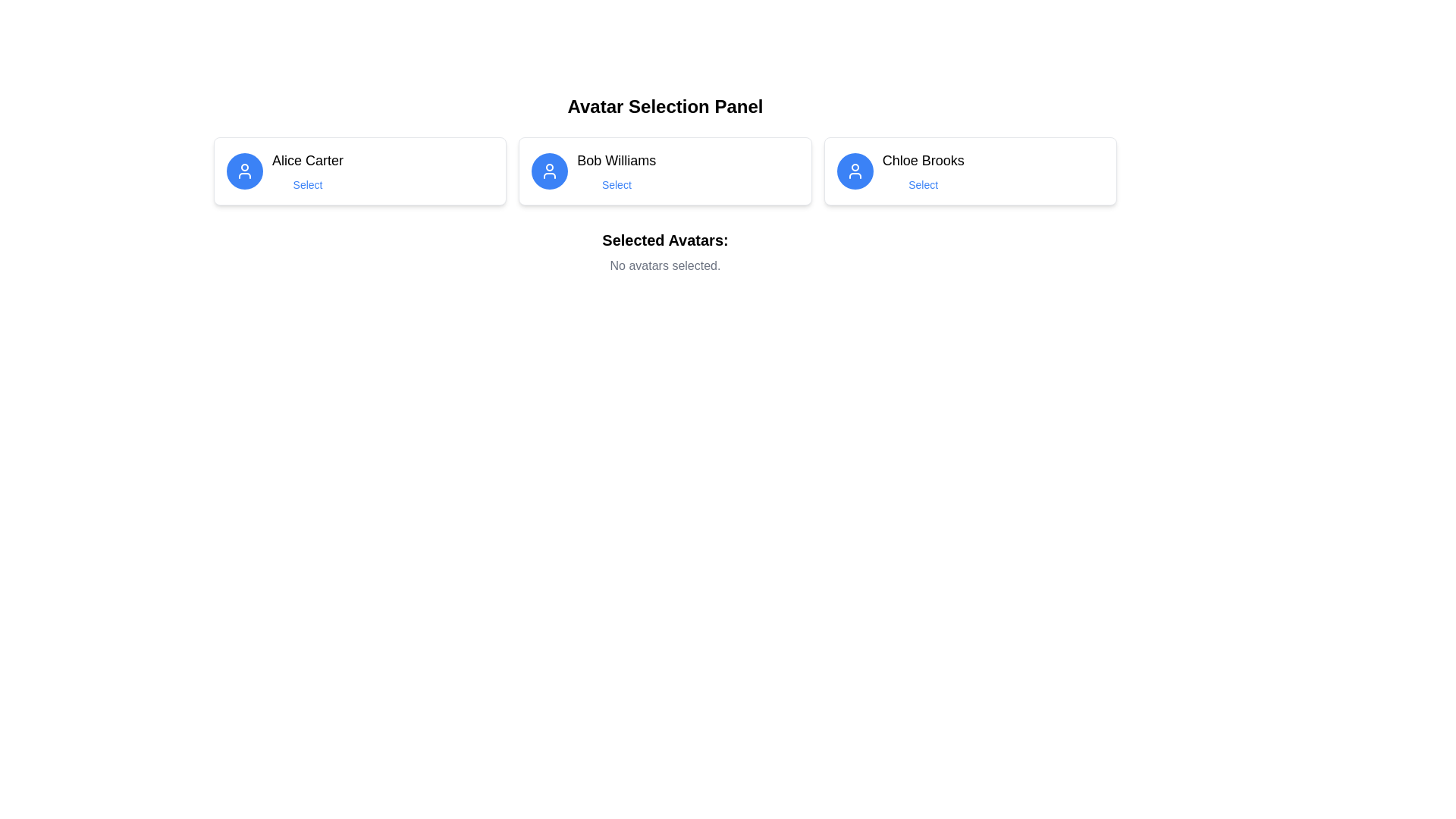 This screenshot has width=1456, height=819. What do you see at coordinates (307, 161) in the screenshot?
I see `the text label displaying 'Alice Carter', which is styled in medium-weight font and is positioned above the 'Select' link within a card layout` at bounding box center [307, 161].